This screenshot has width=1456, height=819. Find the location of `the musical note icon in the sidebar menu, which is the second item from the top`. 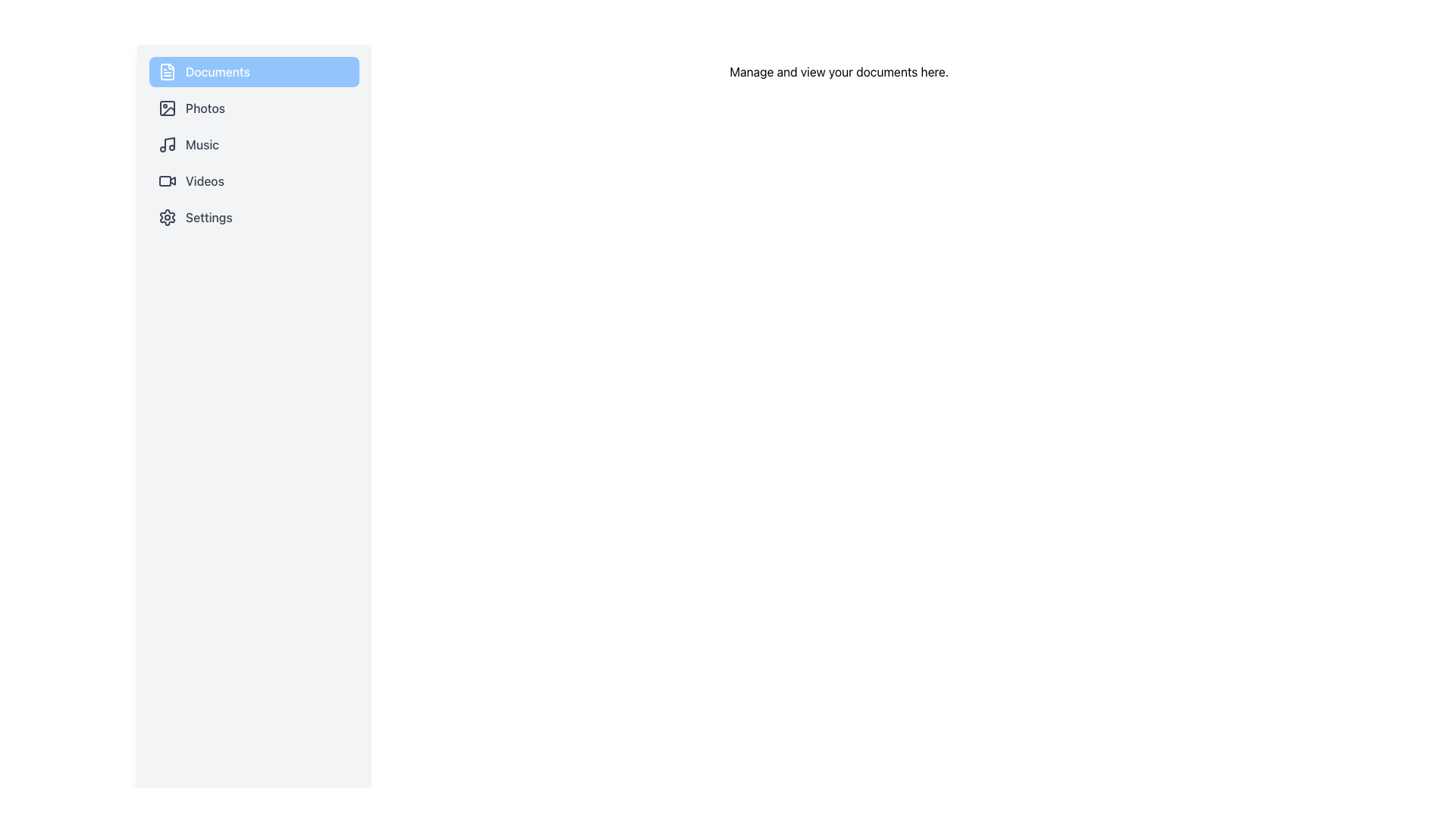

the musical note icon in the sidebar menu, which is the second item from the top is located at coordinates (170, 143).